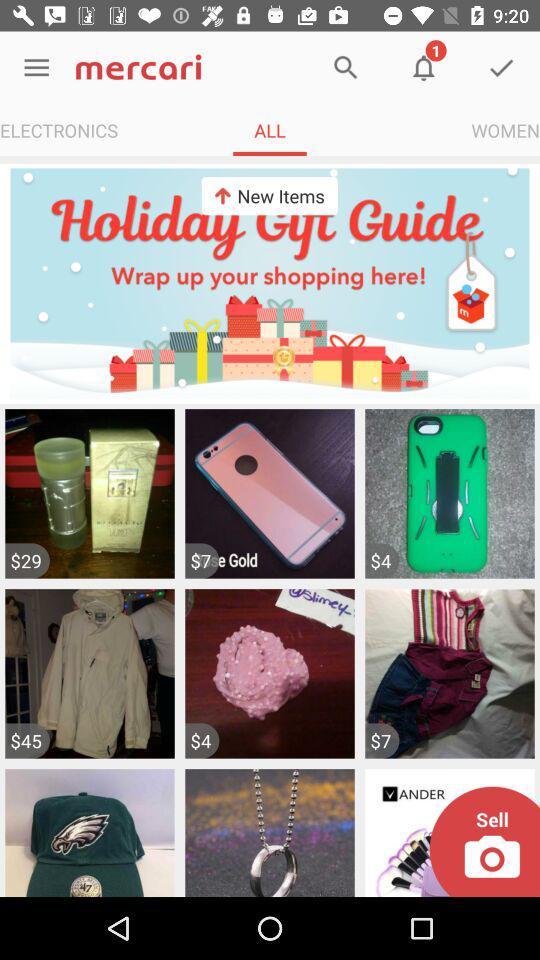 The height and width of the screenshot is (960, 540). What do you see at coordinates (270, 282) in the screenshot?
I see `open holiday gift guide` at bounding box center [270, 282].